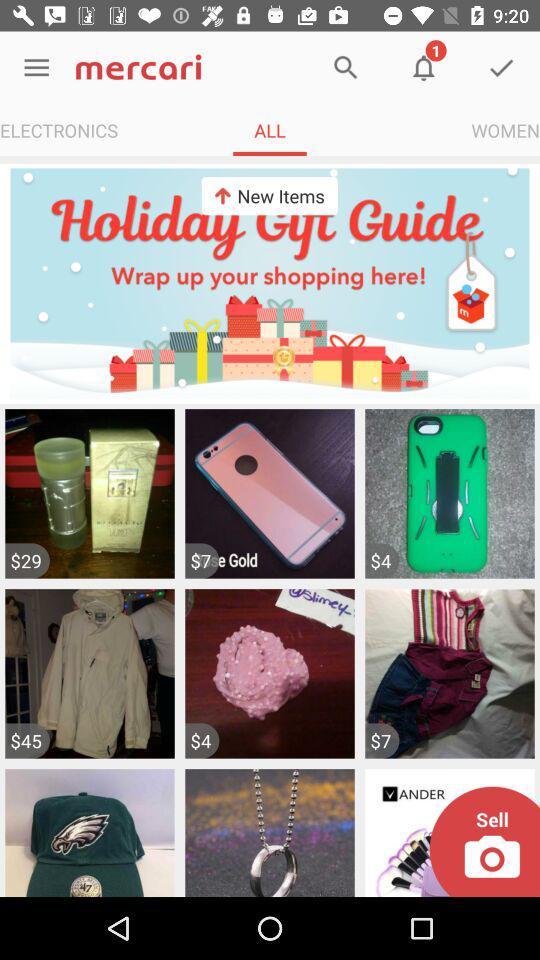 The height and width of the screenshot is (960, 540). What do you see at coordinates (270, 282) in the screenshot?
I see `open holiday gift guide` at bounding box center [270, 282].